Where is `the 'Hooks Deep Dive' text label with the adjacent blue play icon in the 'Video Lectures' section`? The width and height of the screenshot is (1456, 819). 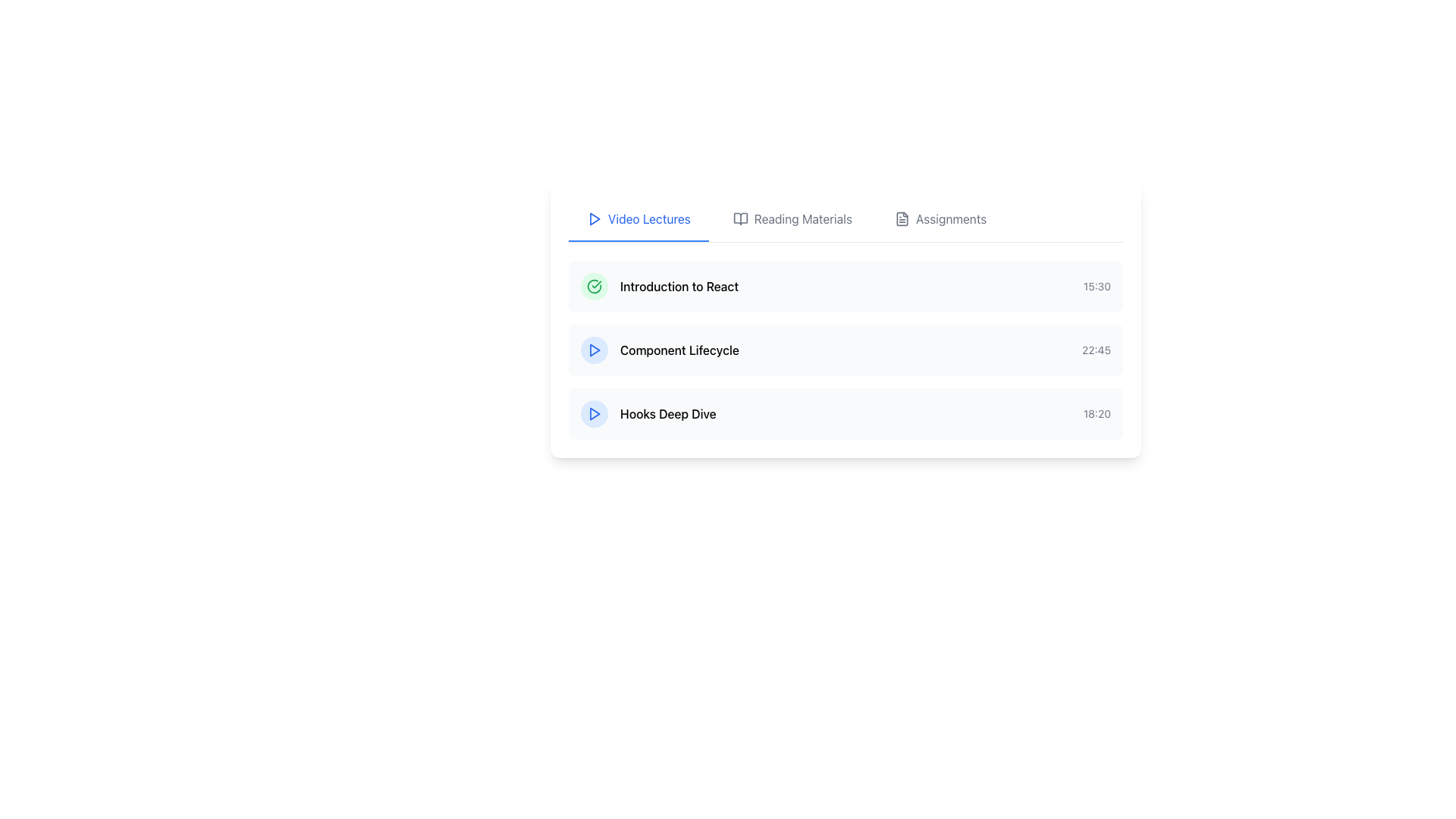
the 'Hooks Deep Dive' text label with the adjacent blue play icon in the 'Video Lectures' section is located at coordinates (648, 414).